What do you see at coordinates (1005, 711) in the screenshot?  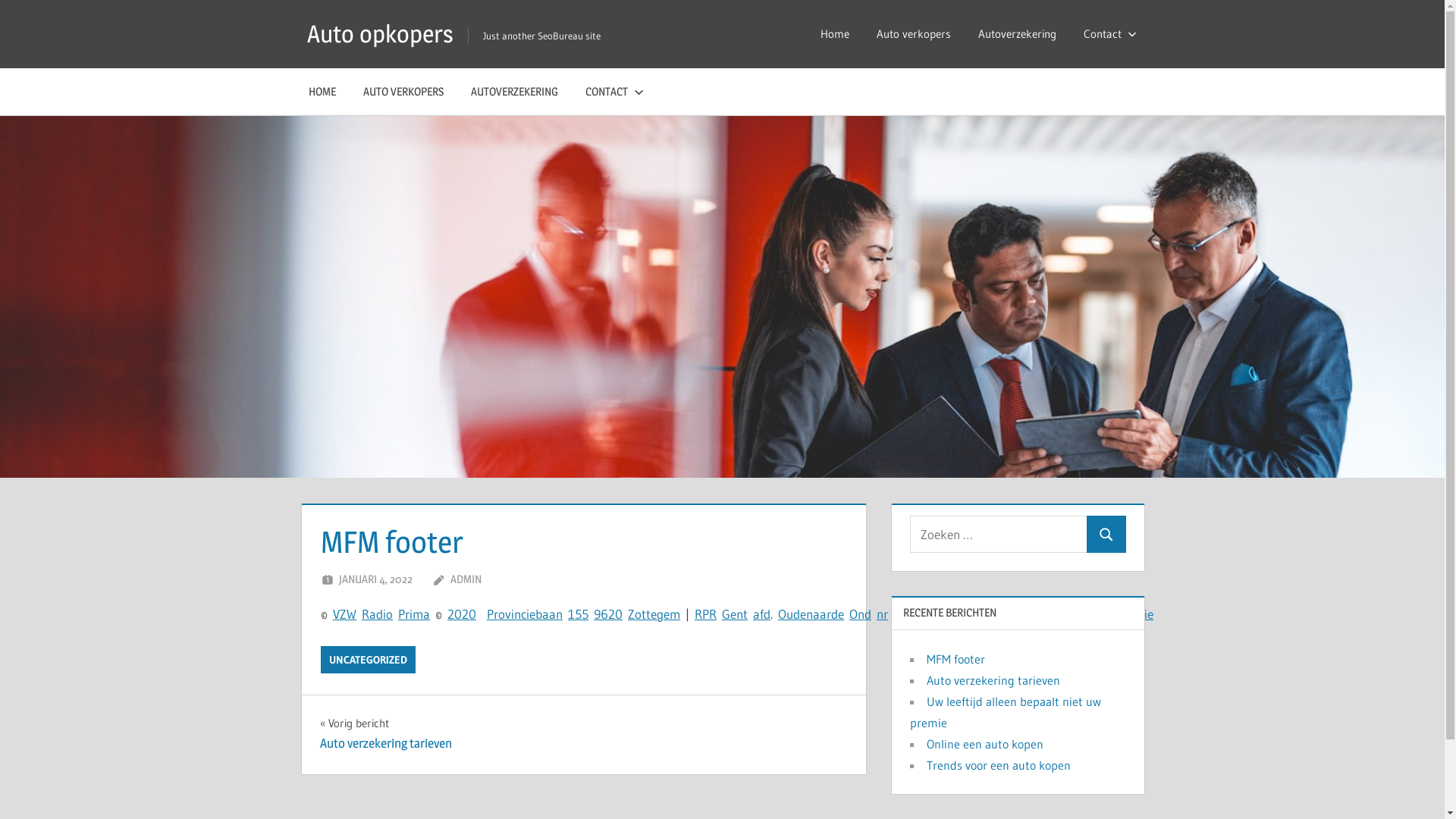 I see `'Uw leeftijd alleen bepaalt niet uw premie'` at bounding box center [1005, 711].